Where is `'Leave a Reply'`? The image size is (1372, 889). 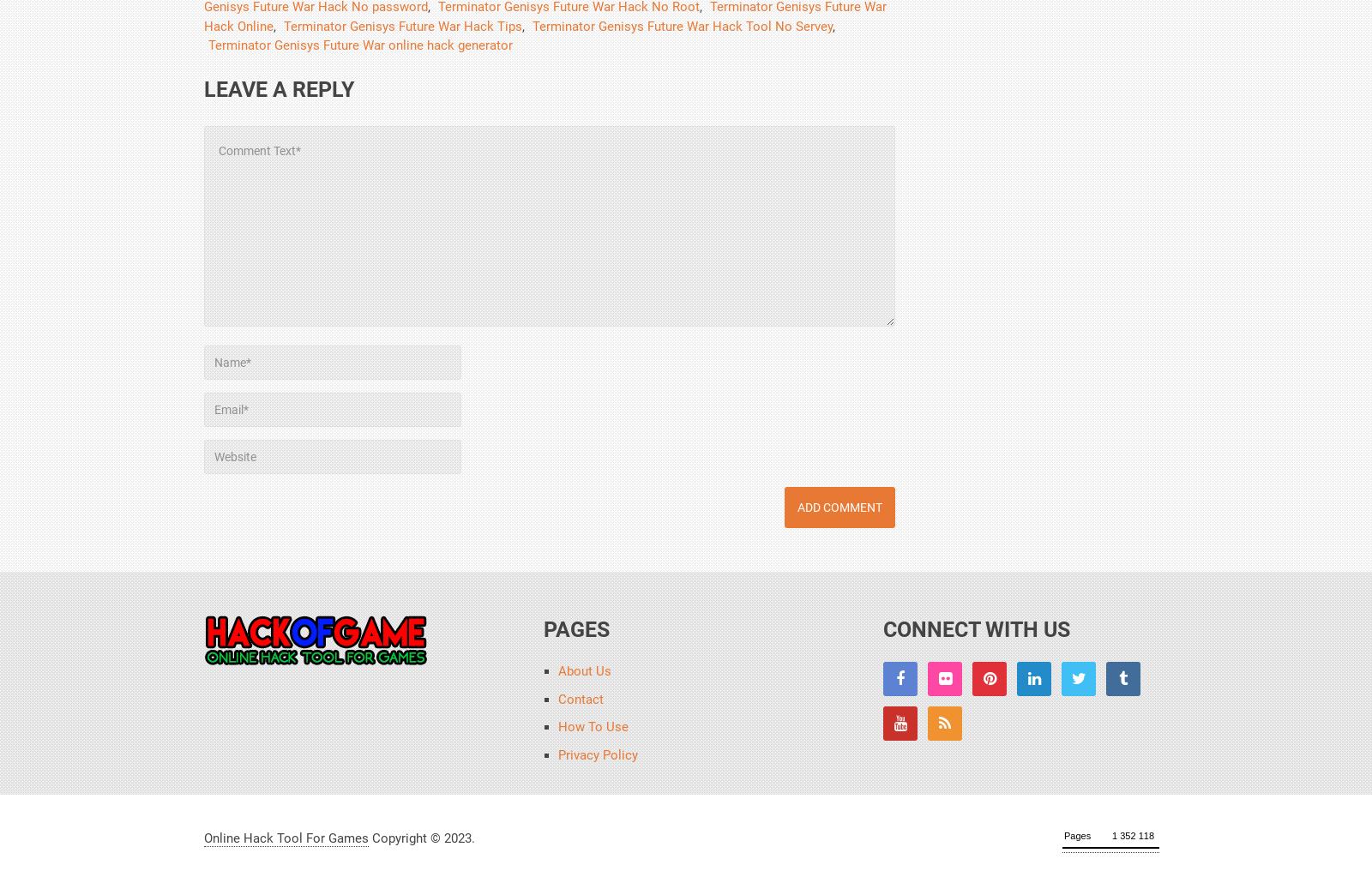
'Leave a Reply' is located at coordinates (279, 87).